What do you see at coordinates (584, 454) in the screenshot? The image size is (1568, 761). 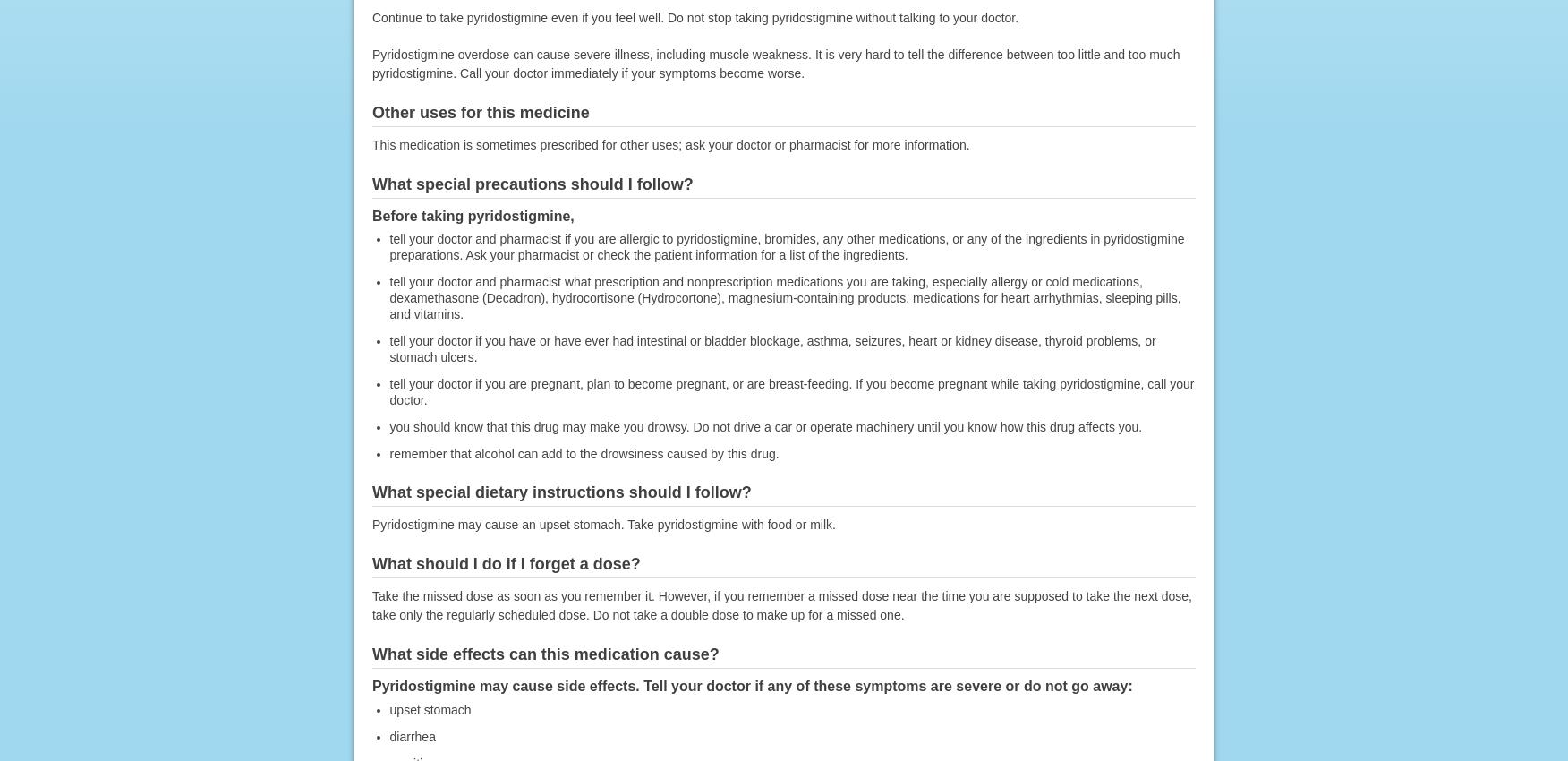 I see `'remember that alcohol can add to the drowsiness caused by this drug.'` at bounding box center [584, 454].